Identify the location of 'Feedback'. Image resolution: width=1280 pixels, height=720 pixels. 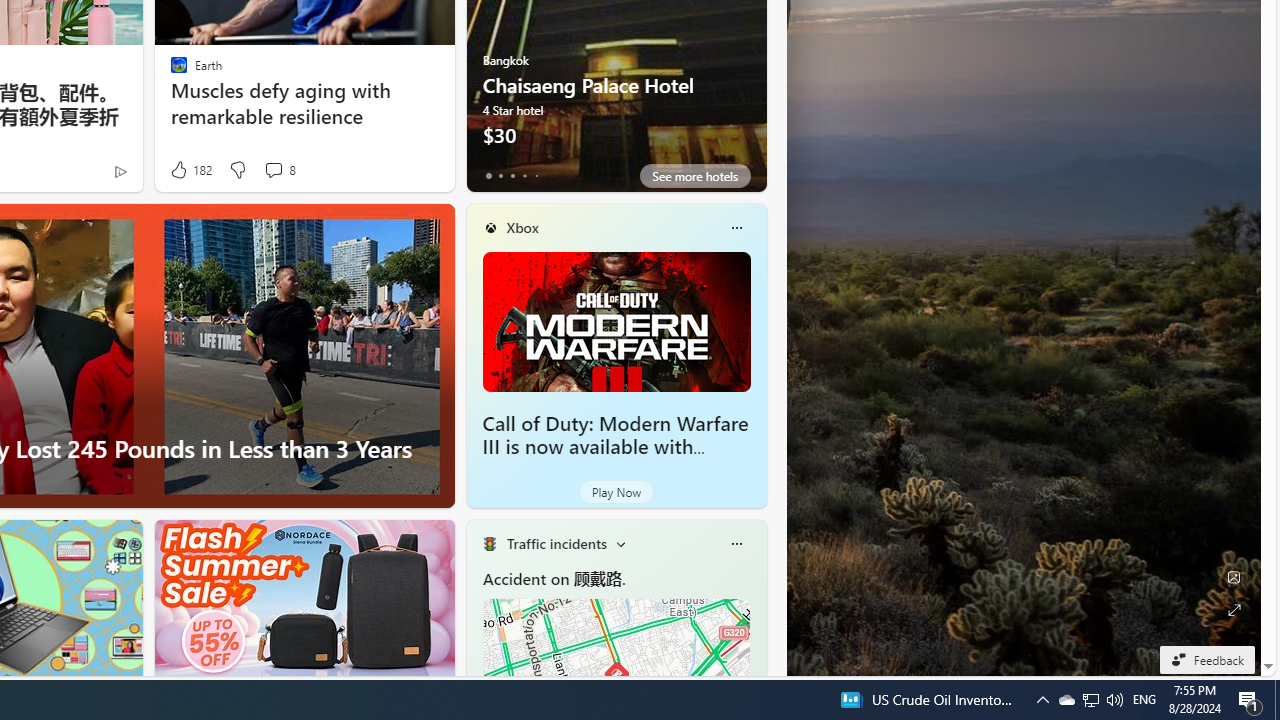
(1205, 659).